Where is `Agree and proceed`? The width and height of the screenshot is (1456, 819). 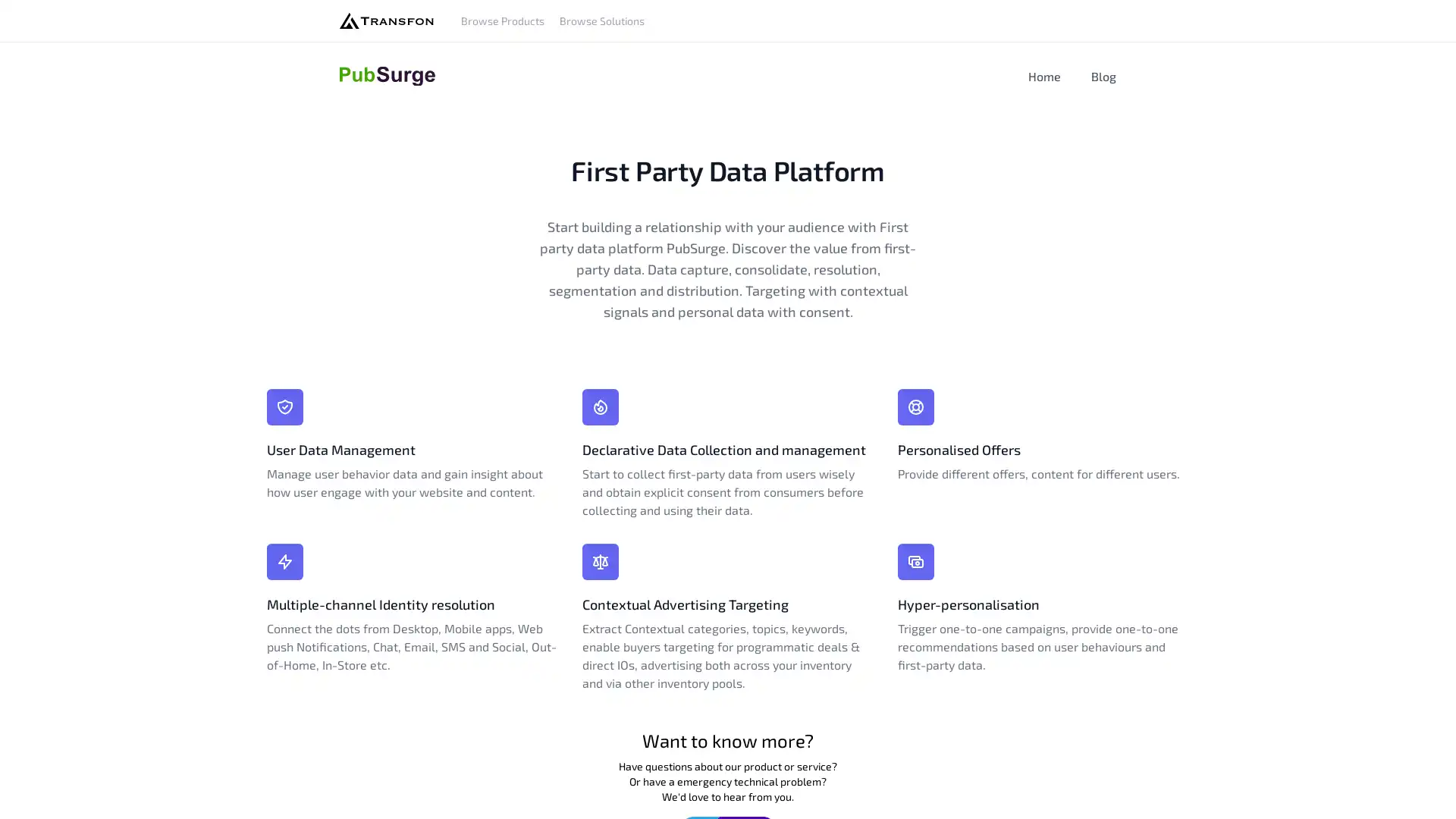
Agree and proceed is located at coordinates (273, 791).